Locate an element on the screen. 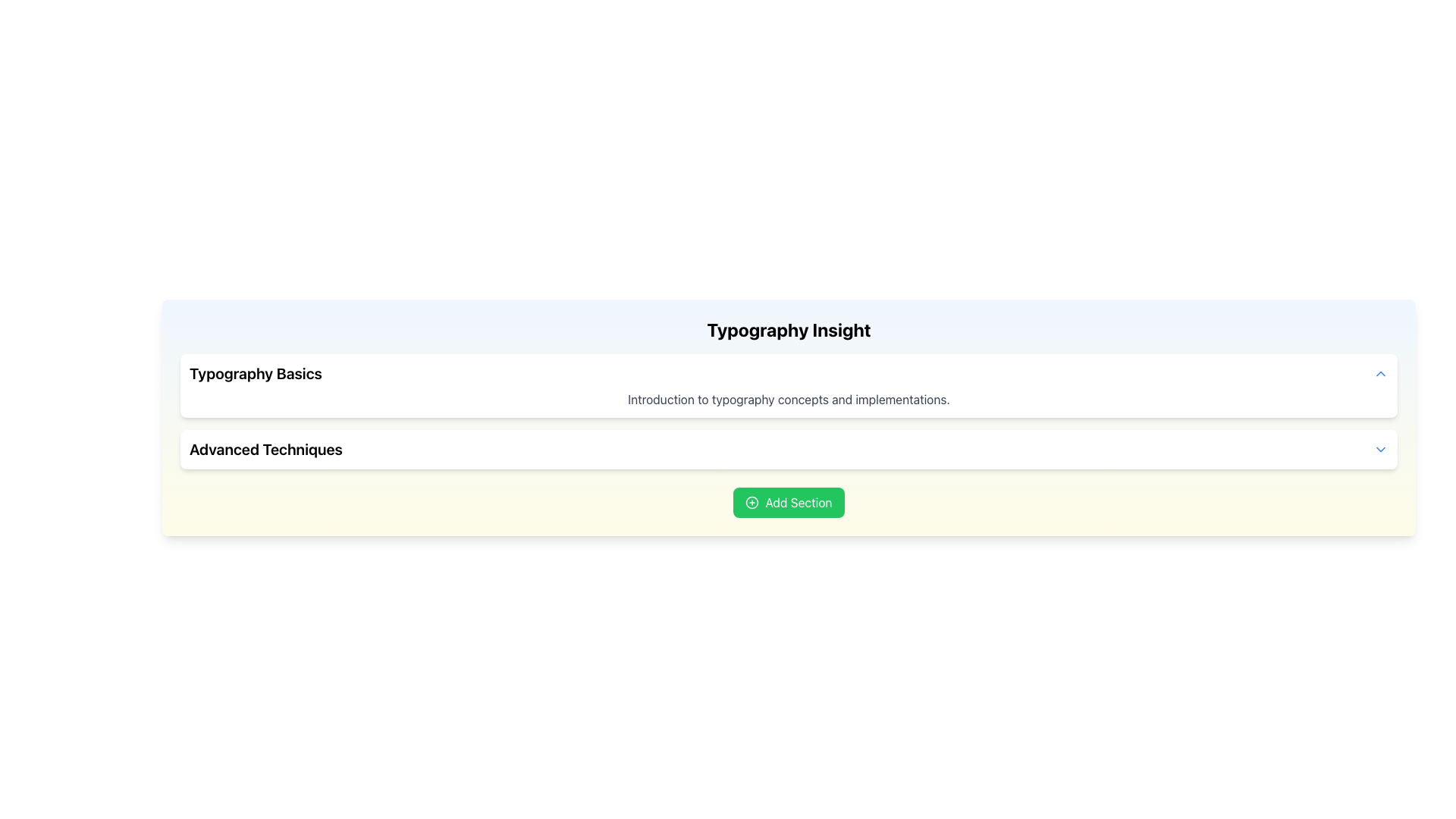 Image resolution: width=1456 pixels, height=819 pixels. the 'Add' icon located slightly to the left of the 'Add Section' button text is located at coordinates (752, 503).